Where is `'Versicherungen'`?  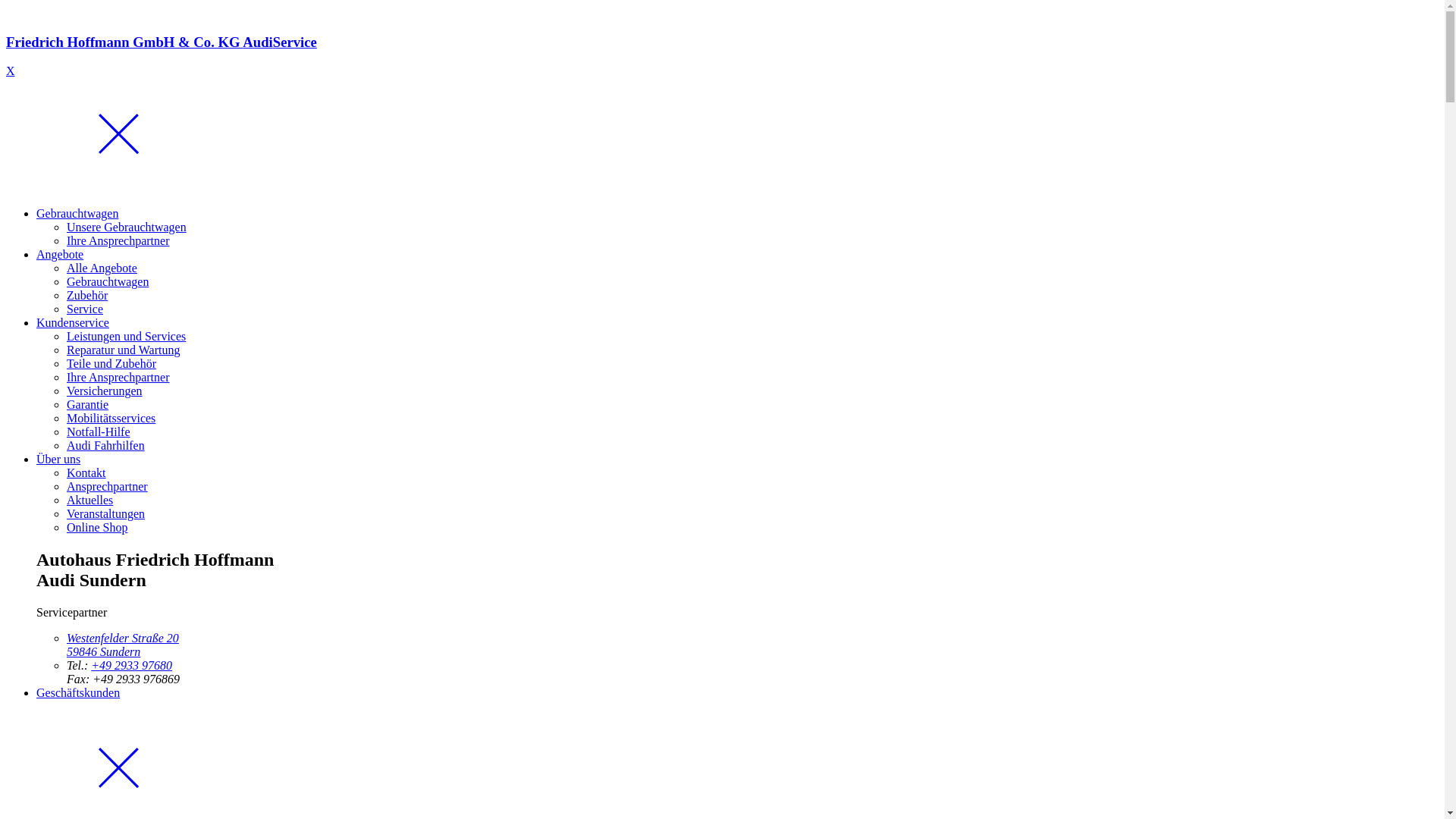
'Versicherungen' is located at coordinates (104, 390).